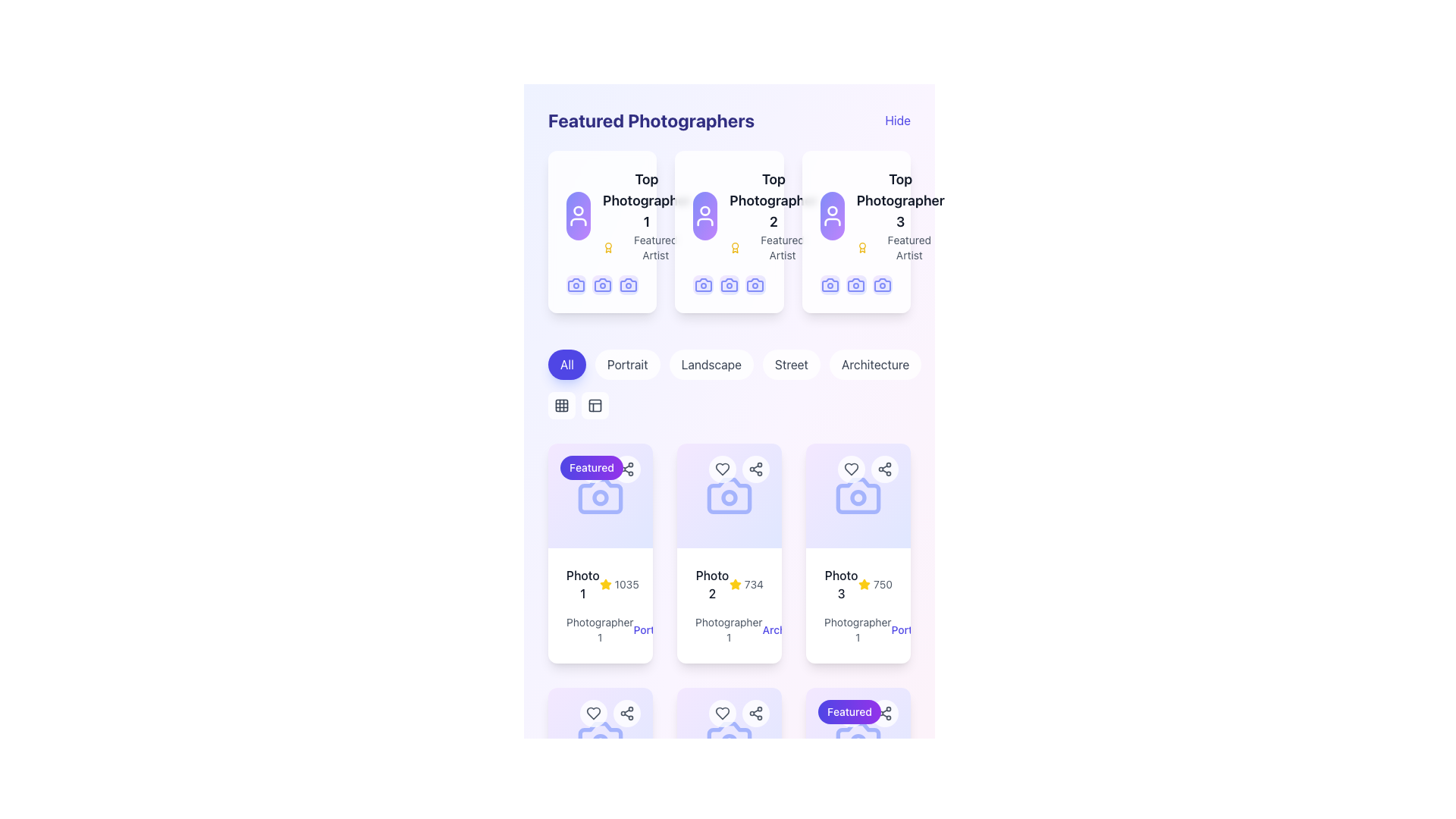  I want to click on the star-shaped icon with a bright yellow color fill located to the left of the numeric label '734', so click(735, 584).